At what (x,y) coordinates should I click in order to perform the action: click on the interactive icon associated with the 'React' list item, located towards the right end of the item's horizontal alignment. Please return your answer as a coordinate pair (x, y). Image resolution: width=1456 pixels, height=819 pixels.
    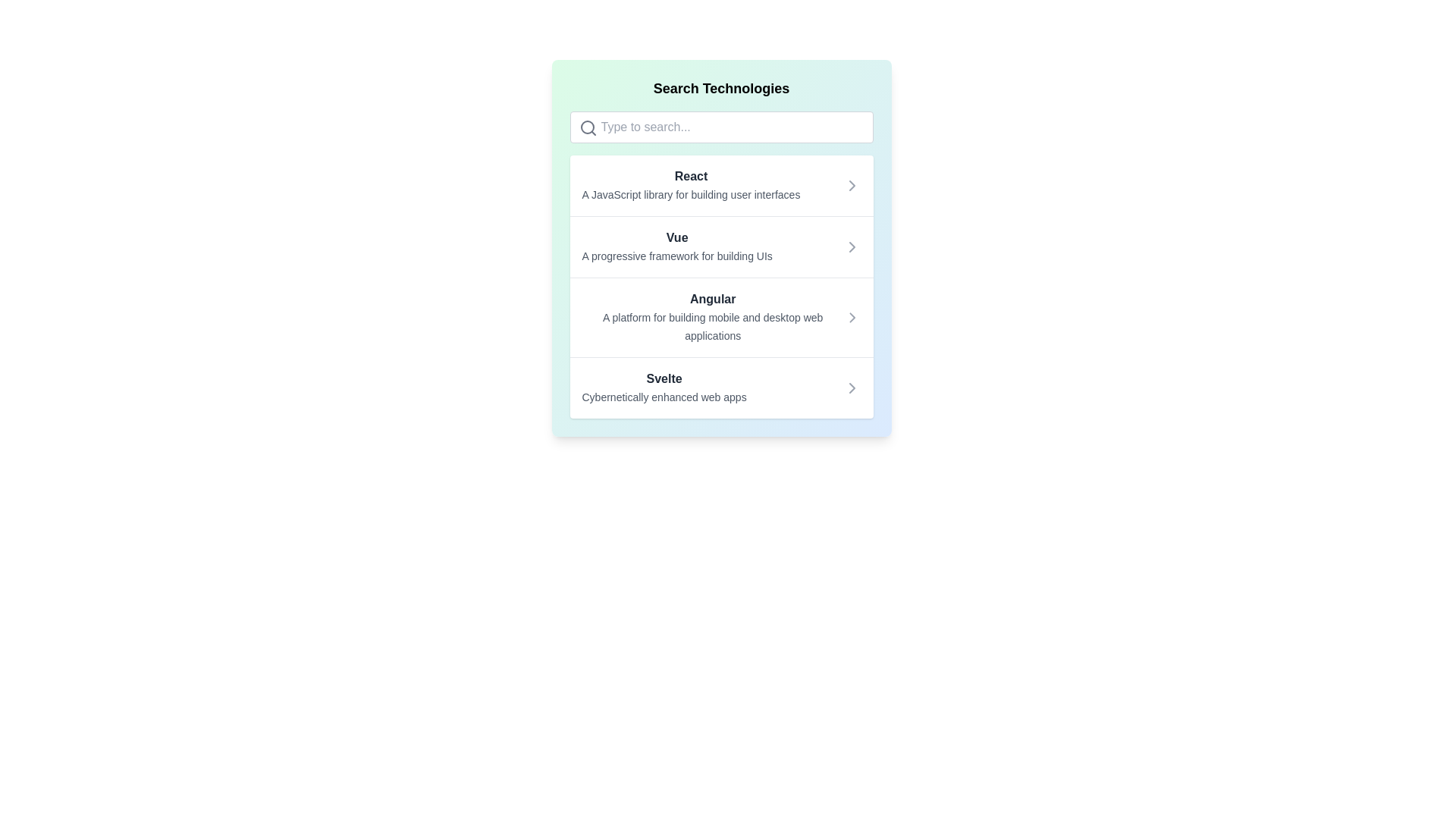
    Looking at the image, I should click on (852, 185).